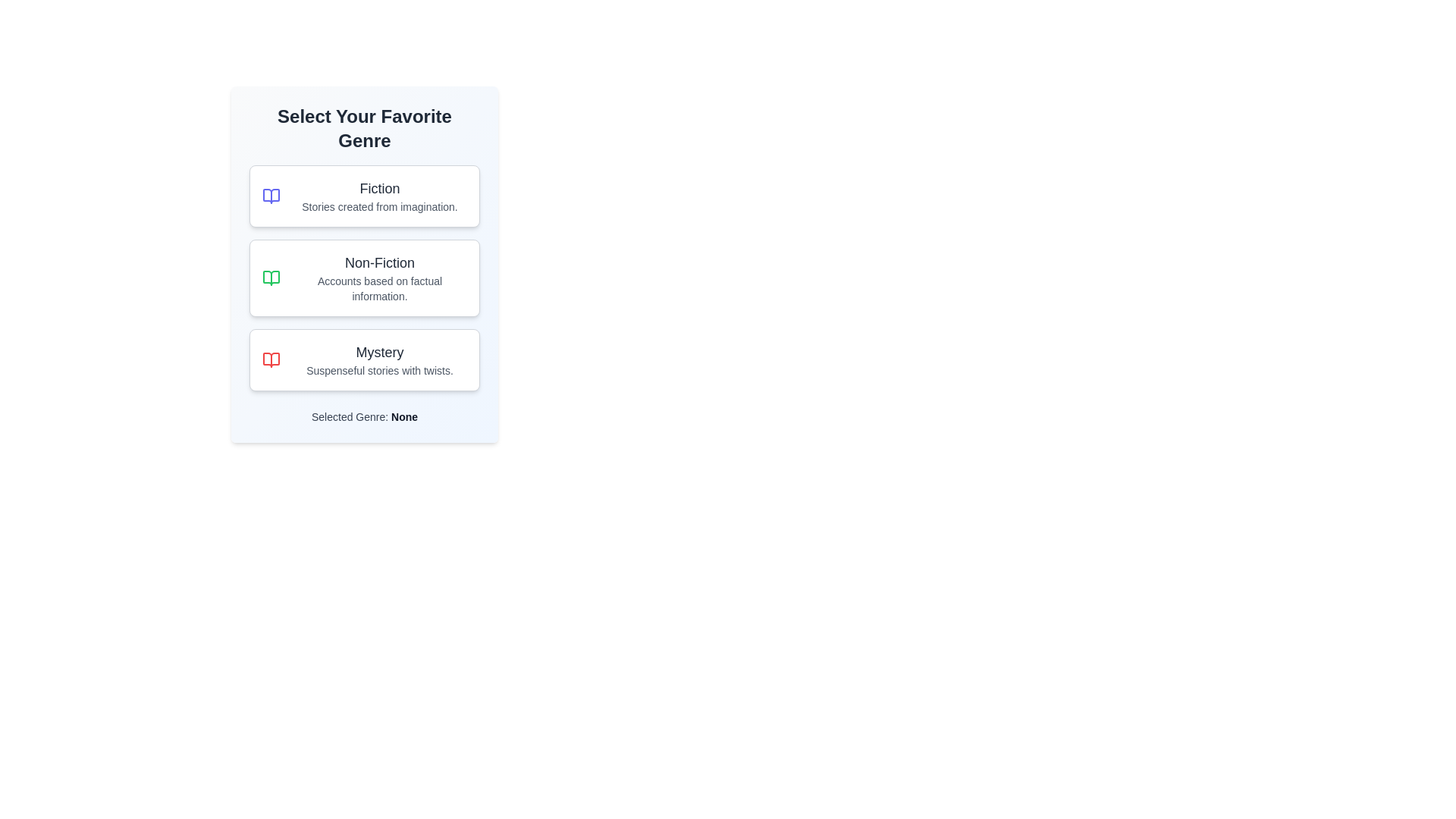  I want to click on the decorative icon for the 'Mystery' option, which is located on the left side inside the third option labeled 'Mystery' in the vertical menu list, so click(271, 359).